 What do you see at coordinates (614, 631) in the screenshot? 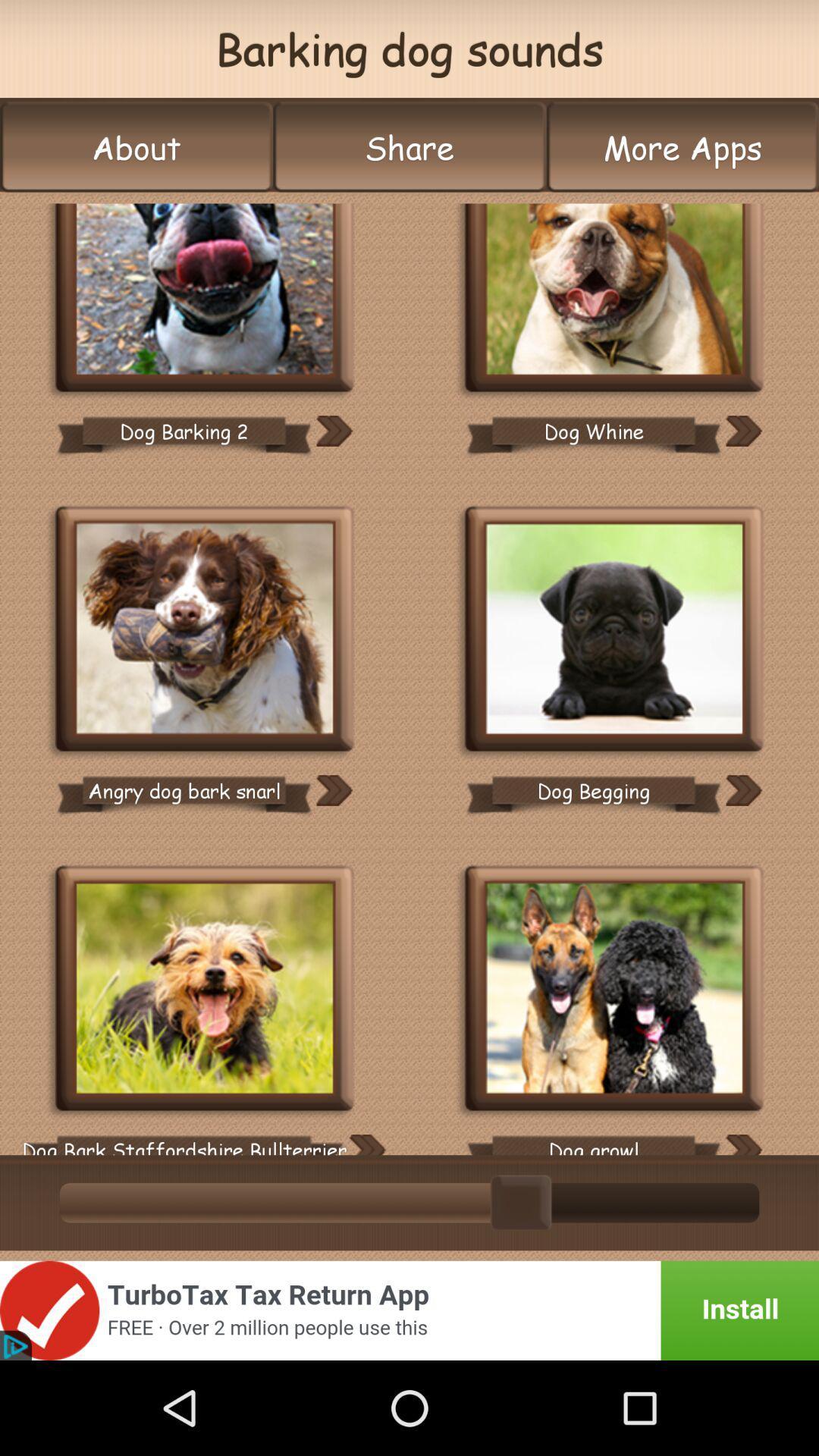
I see `icon dog begging sound` at bounding box center [614, 631].